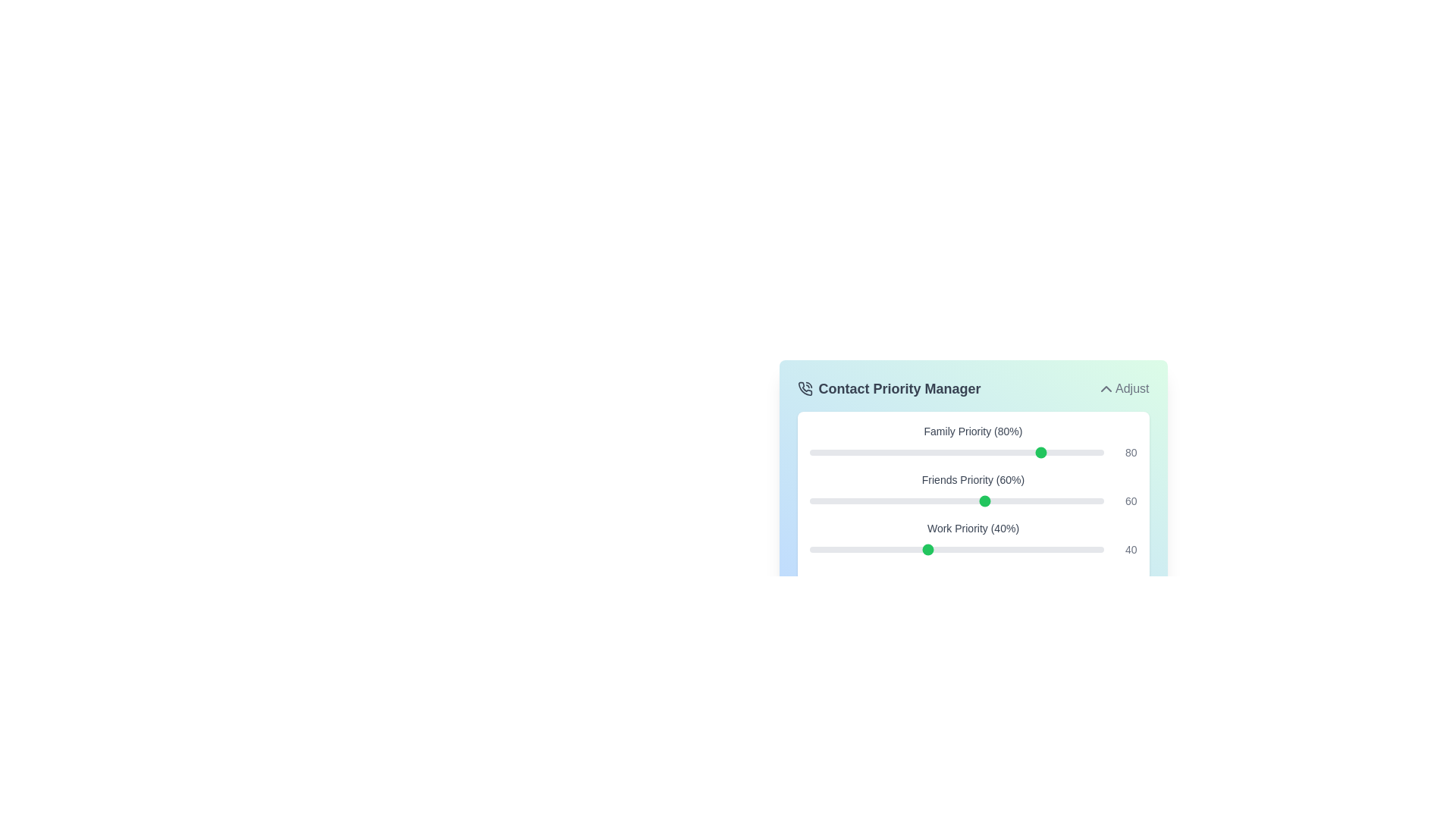  Describe the element at coordinates (856, 550) in the screenshot. I see `the 'Work' priority slider to 16%` at that location.